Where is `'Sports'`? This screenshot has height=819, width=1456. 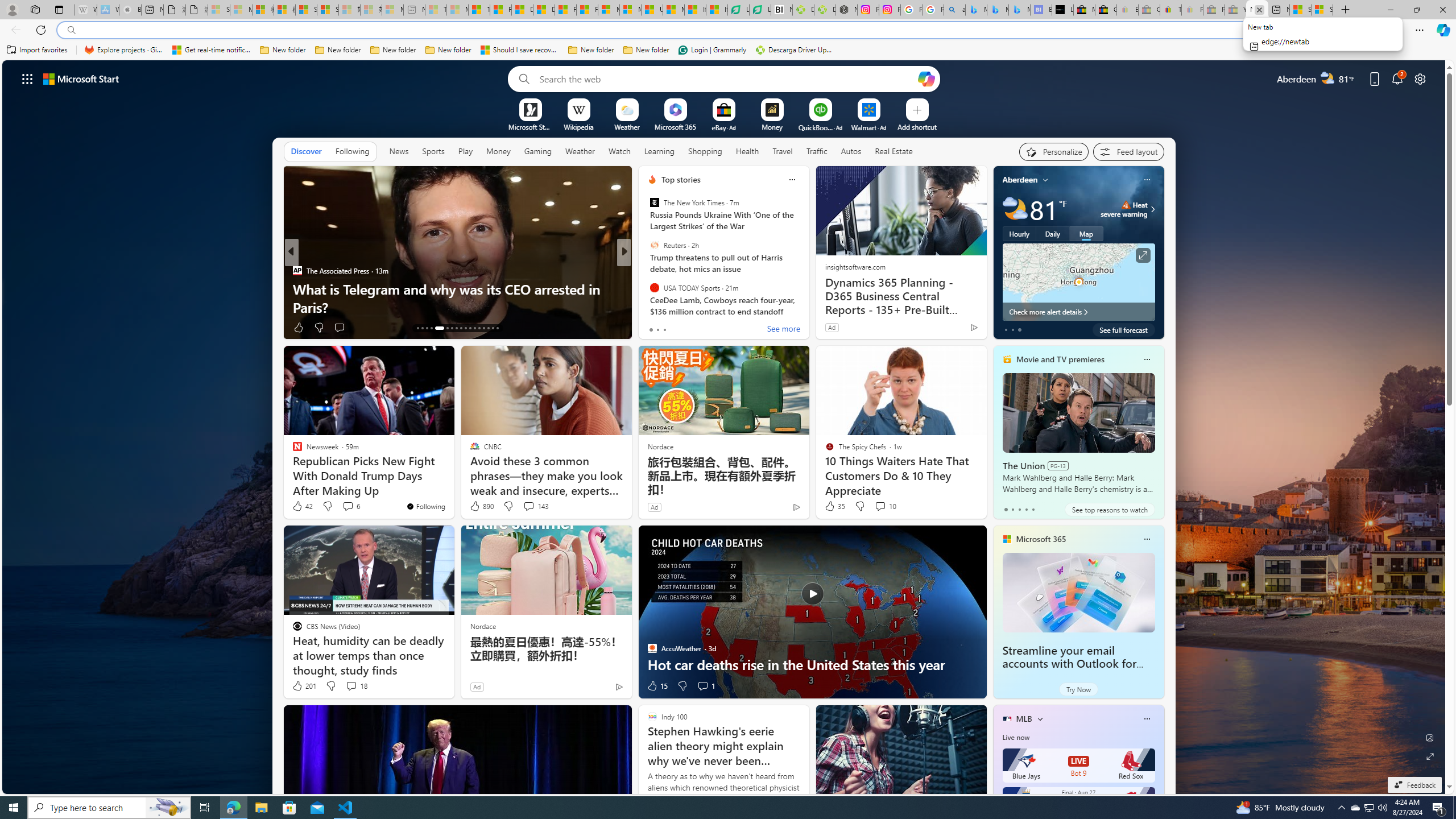
'Sports' is located at coordinates (433, 151).